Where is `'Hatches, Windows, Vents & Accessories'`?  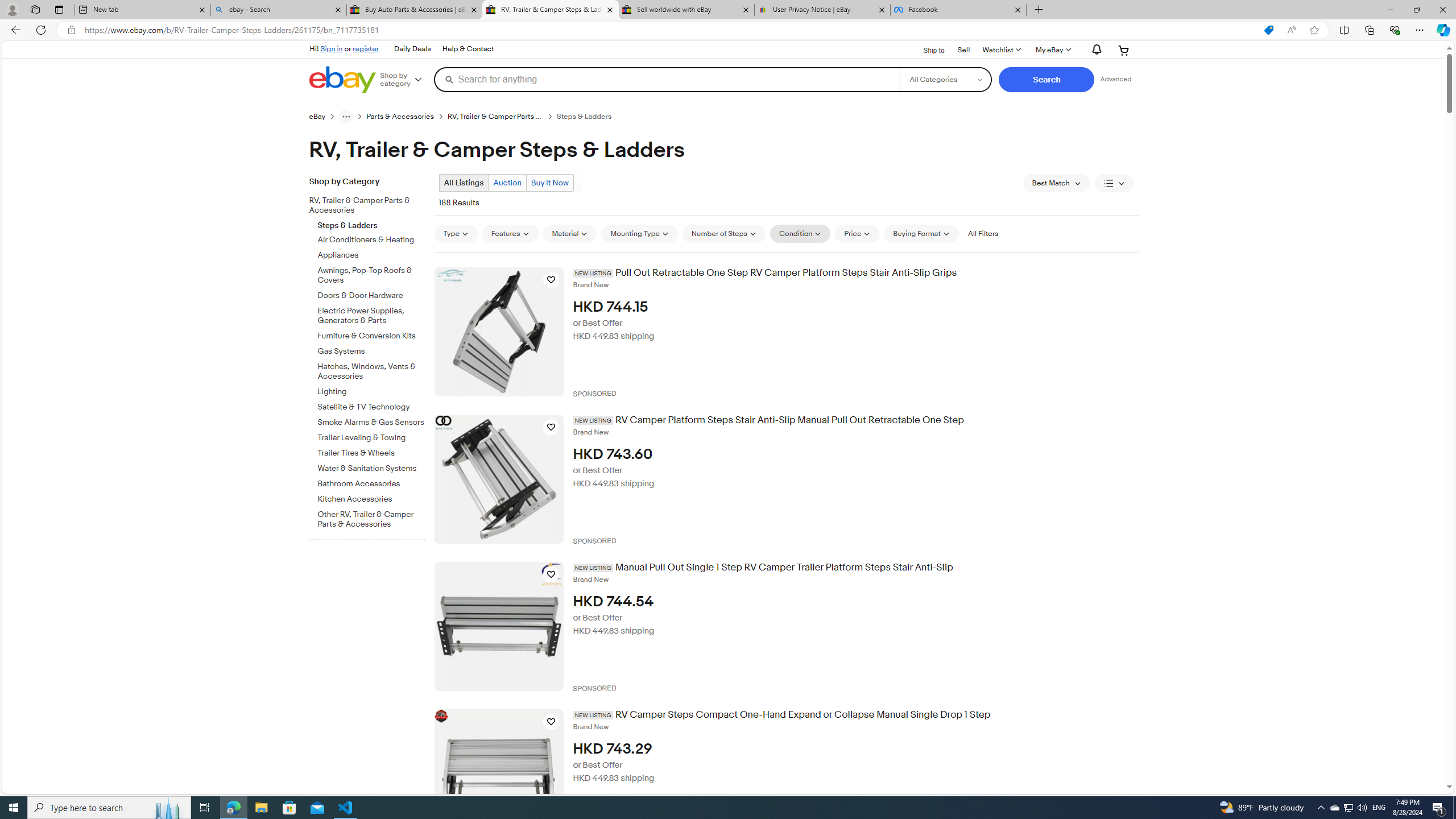
'Hatches, Windows, Vents & Accessories' is located at coordinates (371, 370).